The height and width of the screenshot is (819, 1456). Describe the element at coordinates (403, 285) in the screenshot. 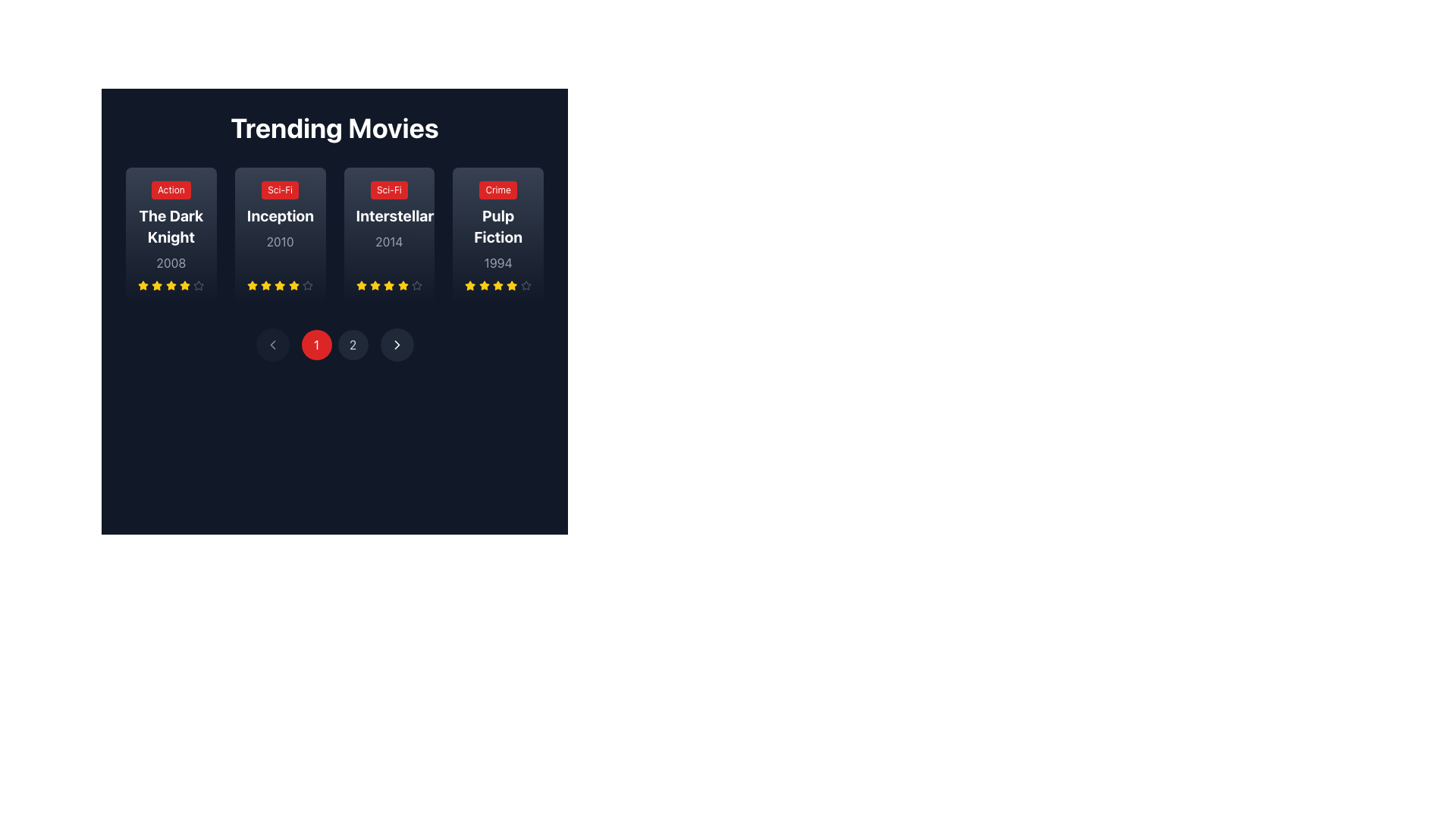

I see `the sixth yellow star icon in the rating system for the 'Interstellar' movie` at that location.